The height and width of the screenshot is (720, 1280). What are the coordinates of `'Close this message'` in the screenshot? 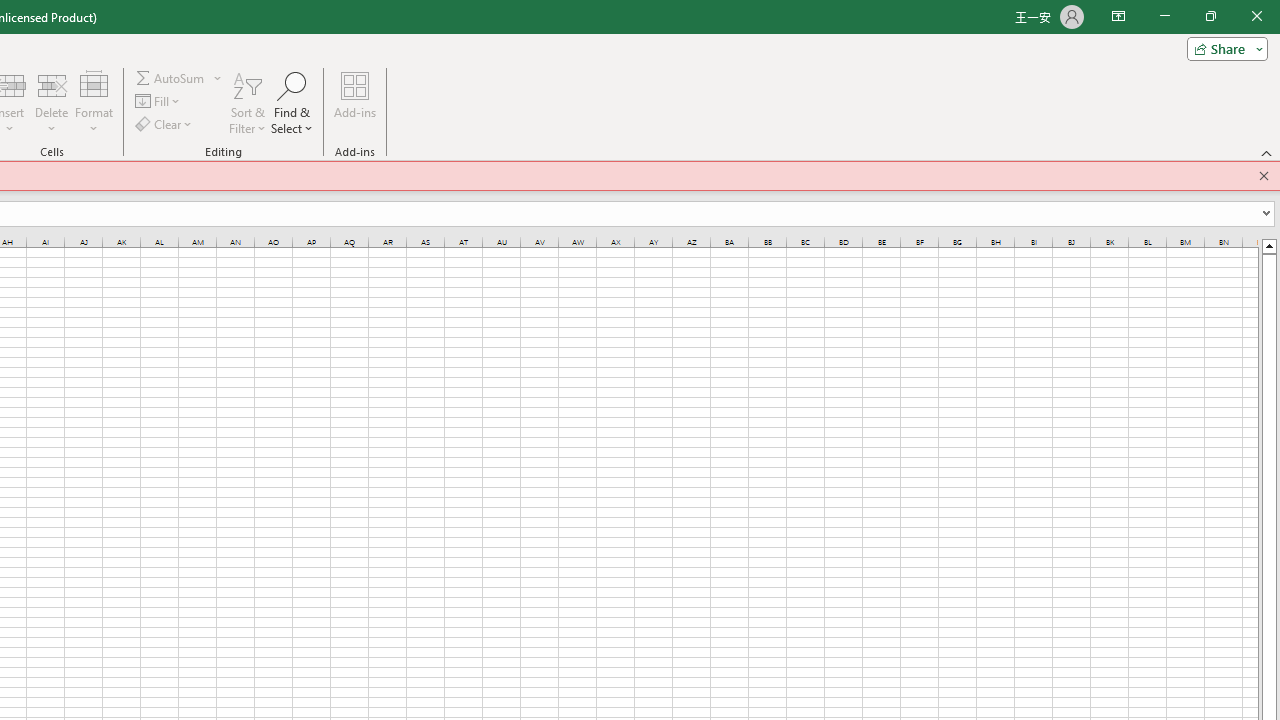 It's located at (1263, 175).